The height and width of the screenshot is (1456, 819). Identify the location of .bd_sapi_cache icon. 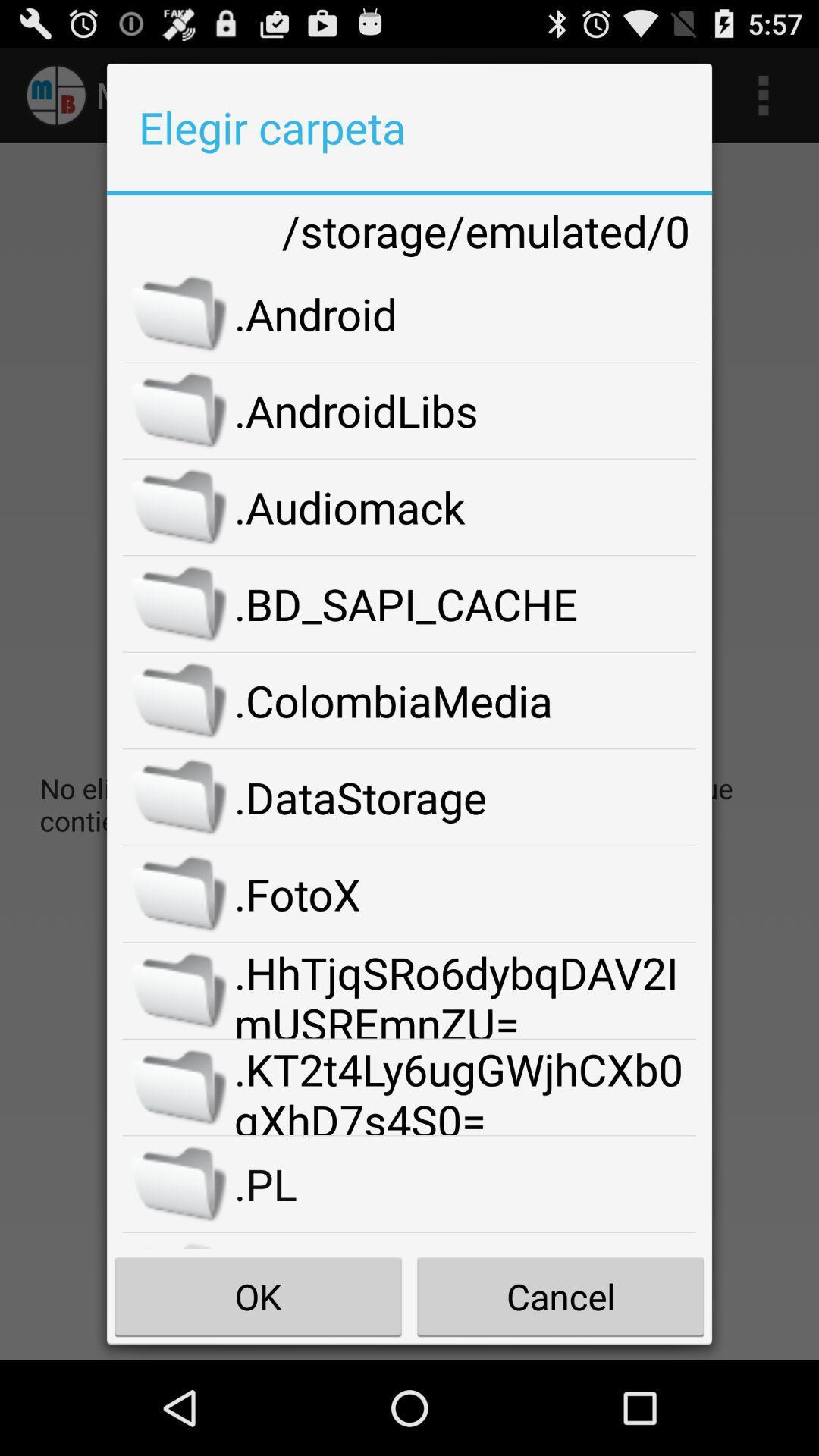
(464, 603).